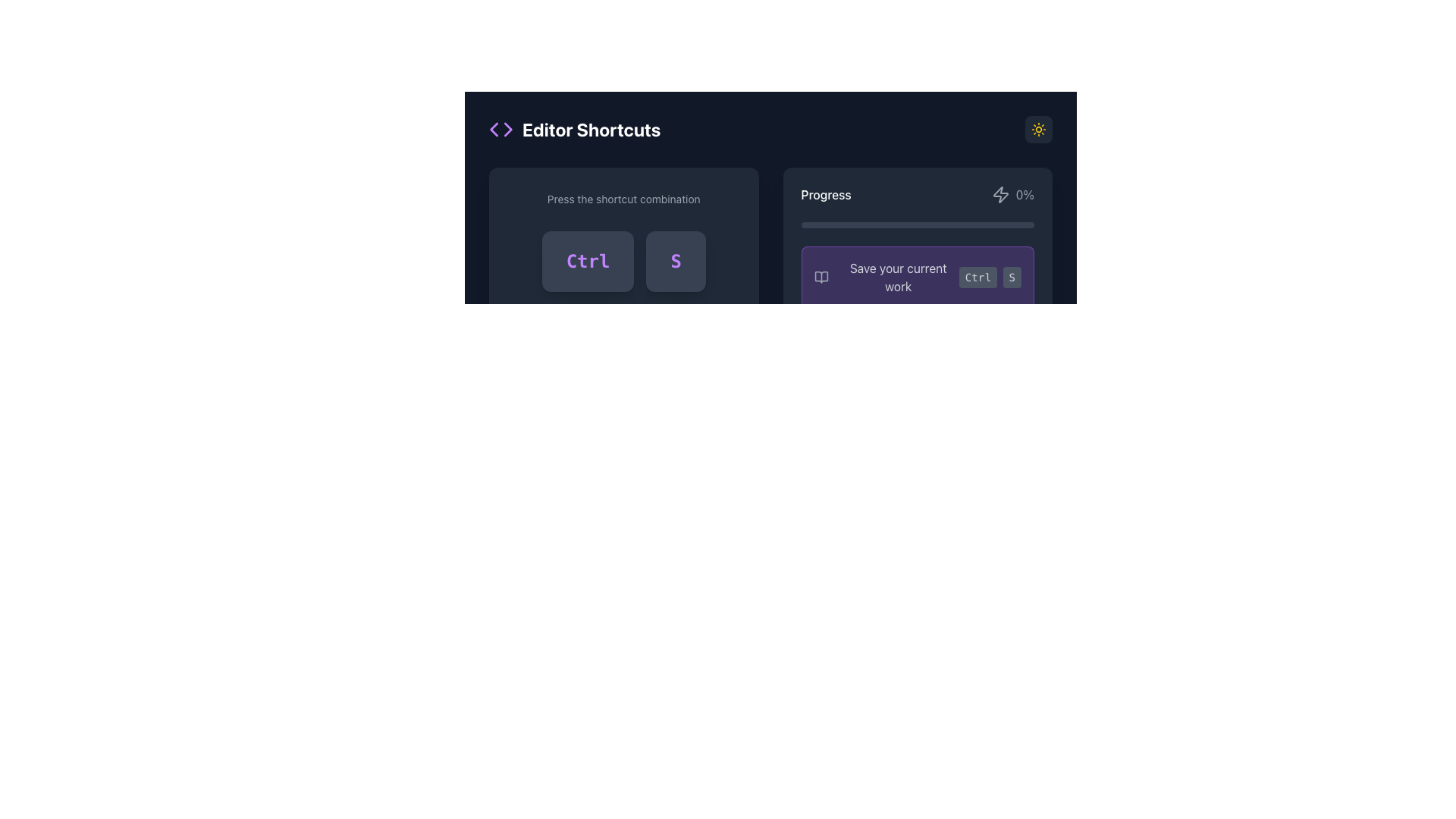 Image resolution: width=1456 pixels, height=819 pixels. What do you see at coordinates (1037, 128) in the screenshot?
I see `the sun icon located at the top-right corner of the interface` at bounding box center [1037, 128].